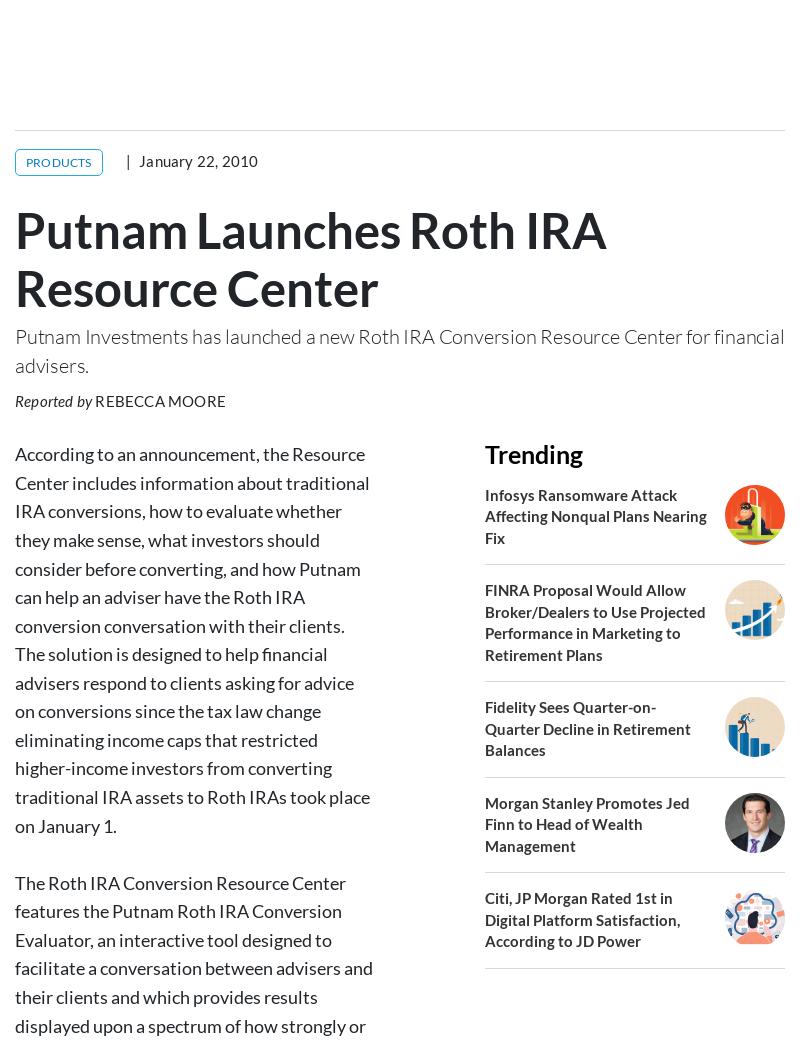  Describe the element at coordinates (294, 693) in the screenshot. I see `'Rollover'` at that location.